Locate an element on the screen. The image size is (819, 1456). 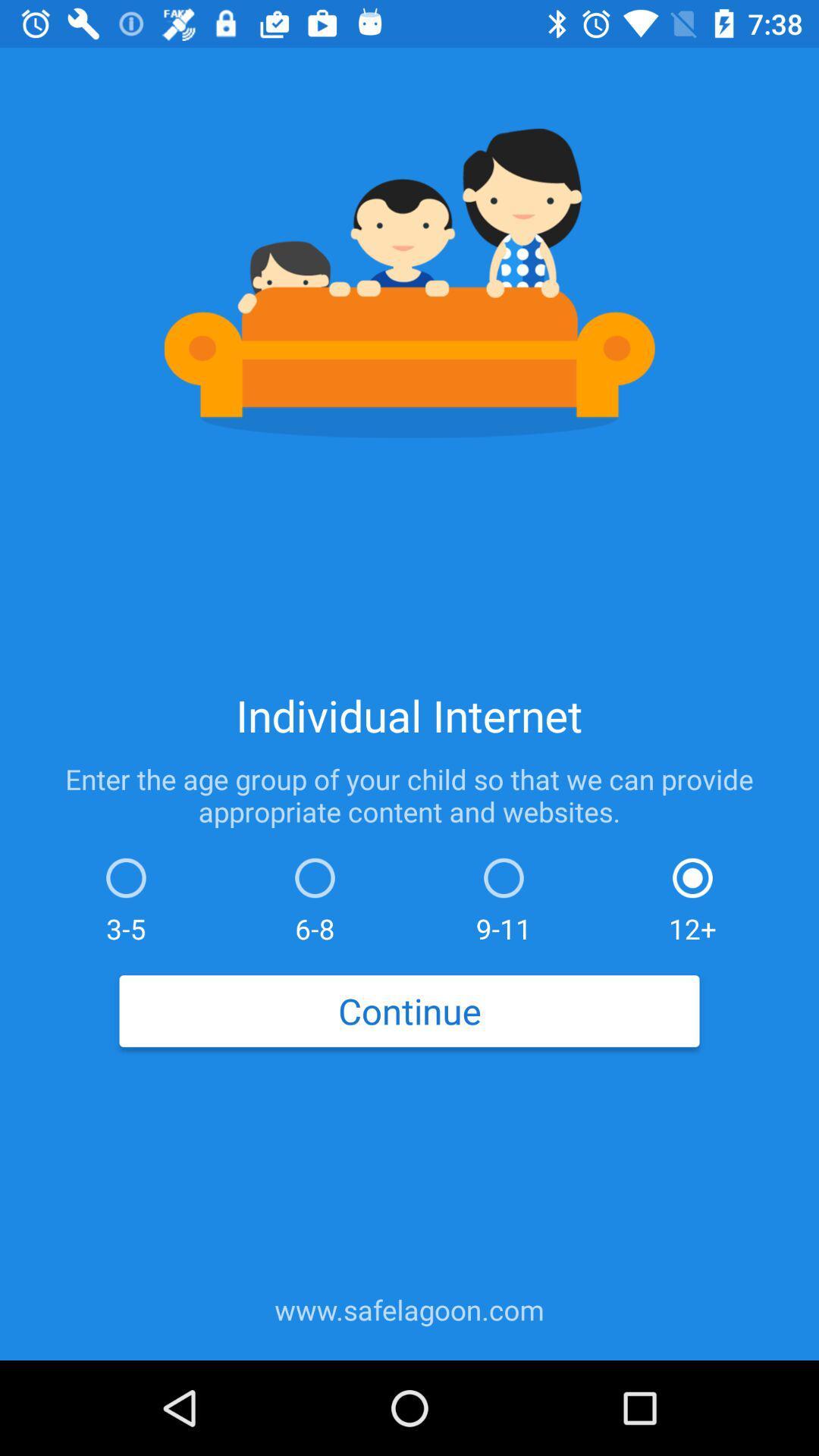
item above the continue is located at coordinates (125, 896).